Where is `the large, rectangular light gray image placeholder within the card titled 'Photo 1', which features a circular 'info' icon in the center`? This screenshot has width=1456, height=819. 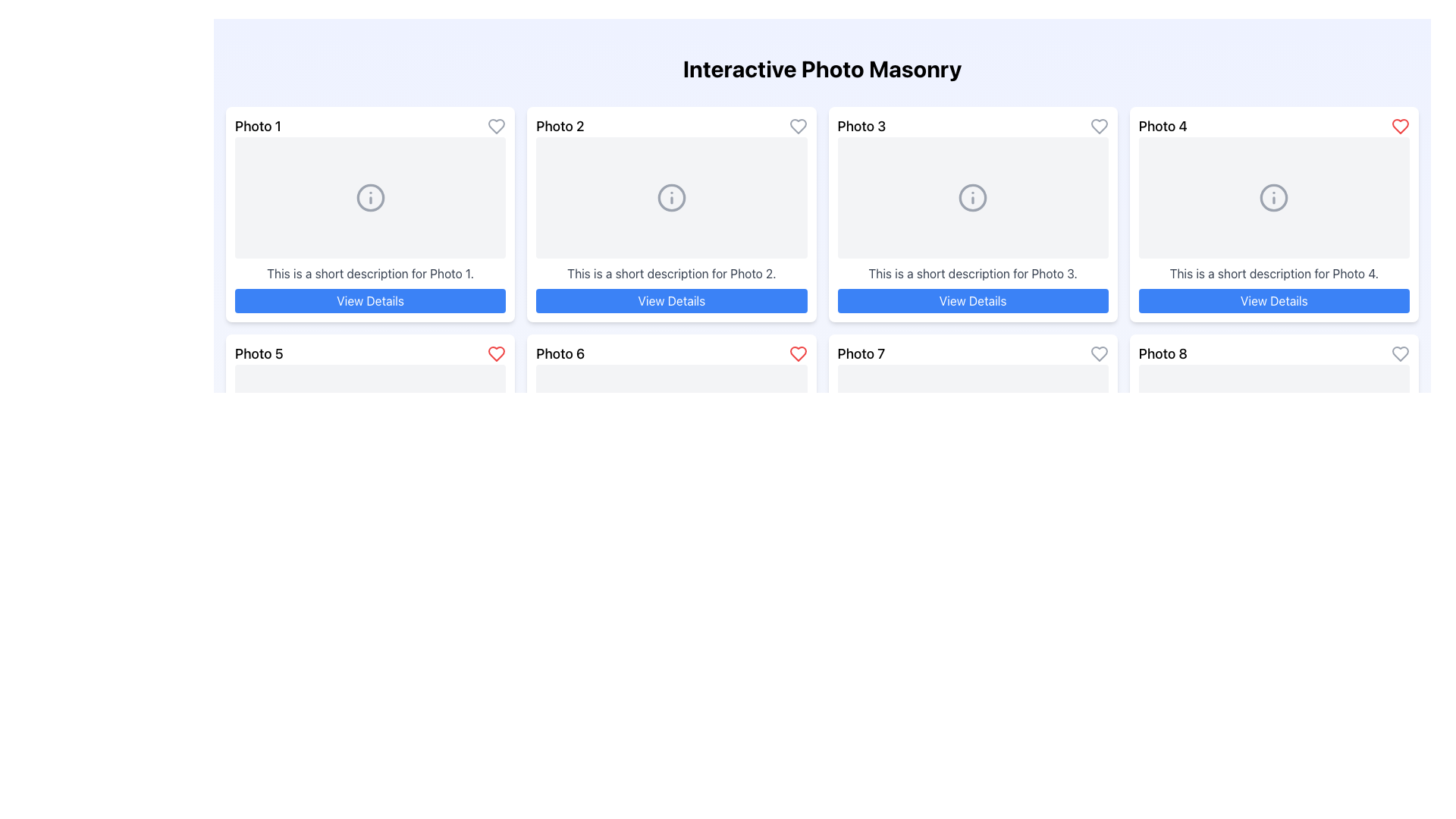 the large, rectangular light gray image placeholder within the card titled 'Photo 1', which features a circular 'info' icon in the center is located at coordinates (370, 197).